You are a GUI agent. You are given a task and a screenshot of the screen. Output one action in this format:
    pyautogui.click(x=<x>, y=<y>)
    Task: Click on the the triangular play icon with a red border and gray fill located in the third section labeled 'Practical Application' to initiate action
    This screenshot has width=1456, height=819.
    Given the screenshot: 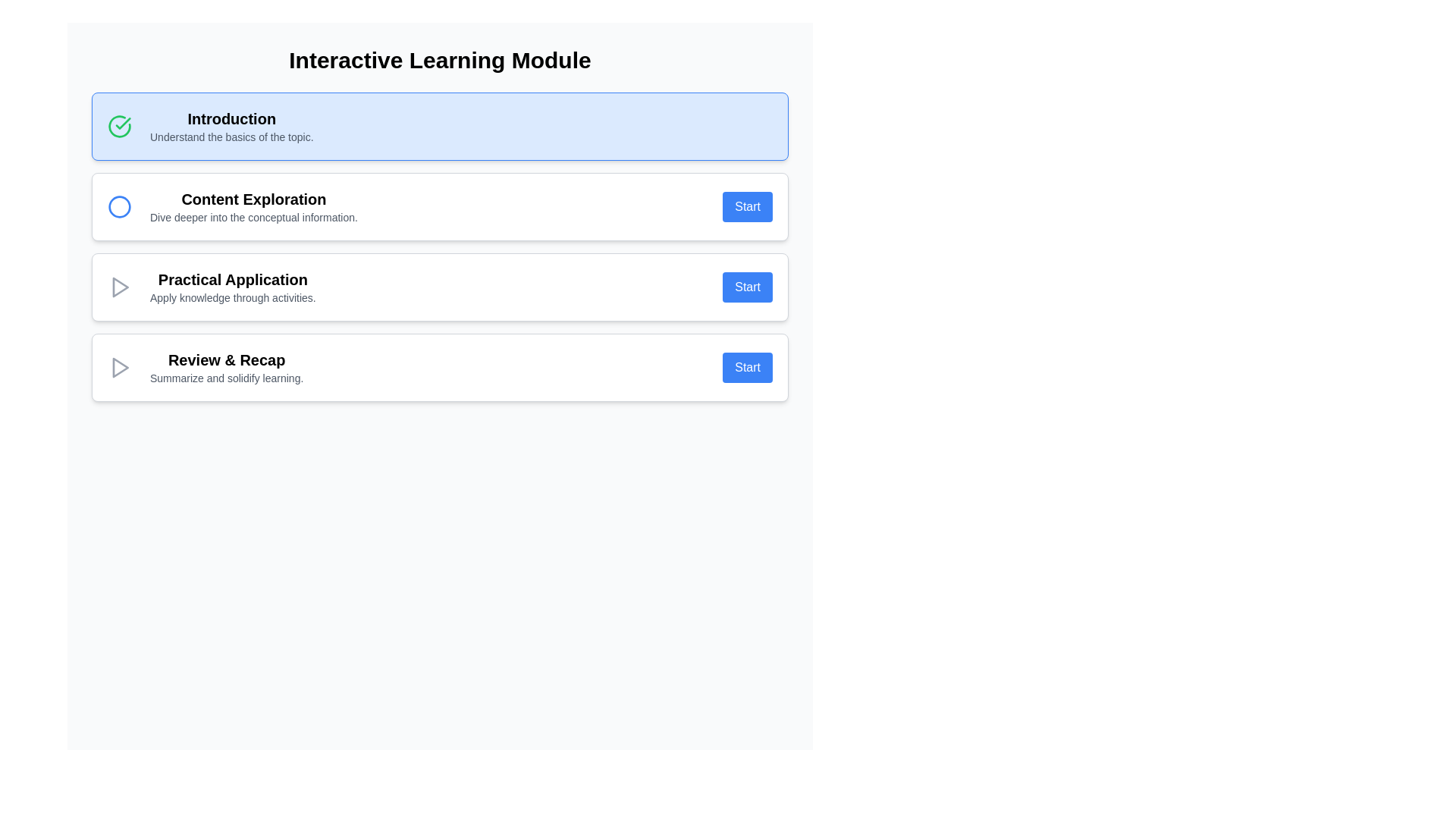 What is the action you would take?
    pyautogui.click(x=119, y=287)
    